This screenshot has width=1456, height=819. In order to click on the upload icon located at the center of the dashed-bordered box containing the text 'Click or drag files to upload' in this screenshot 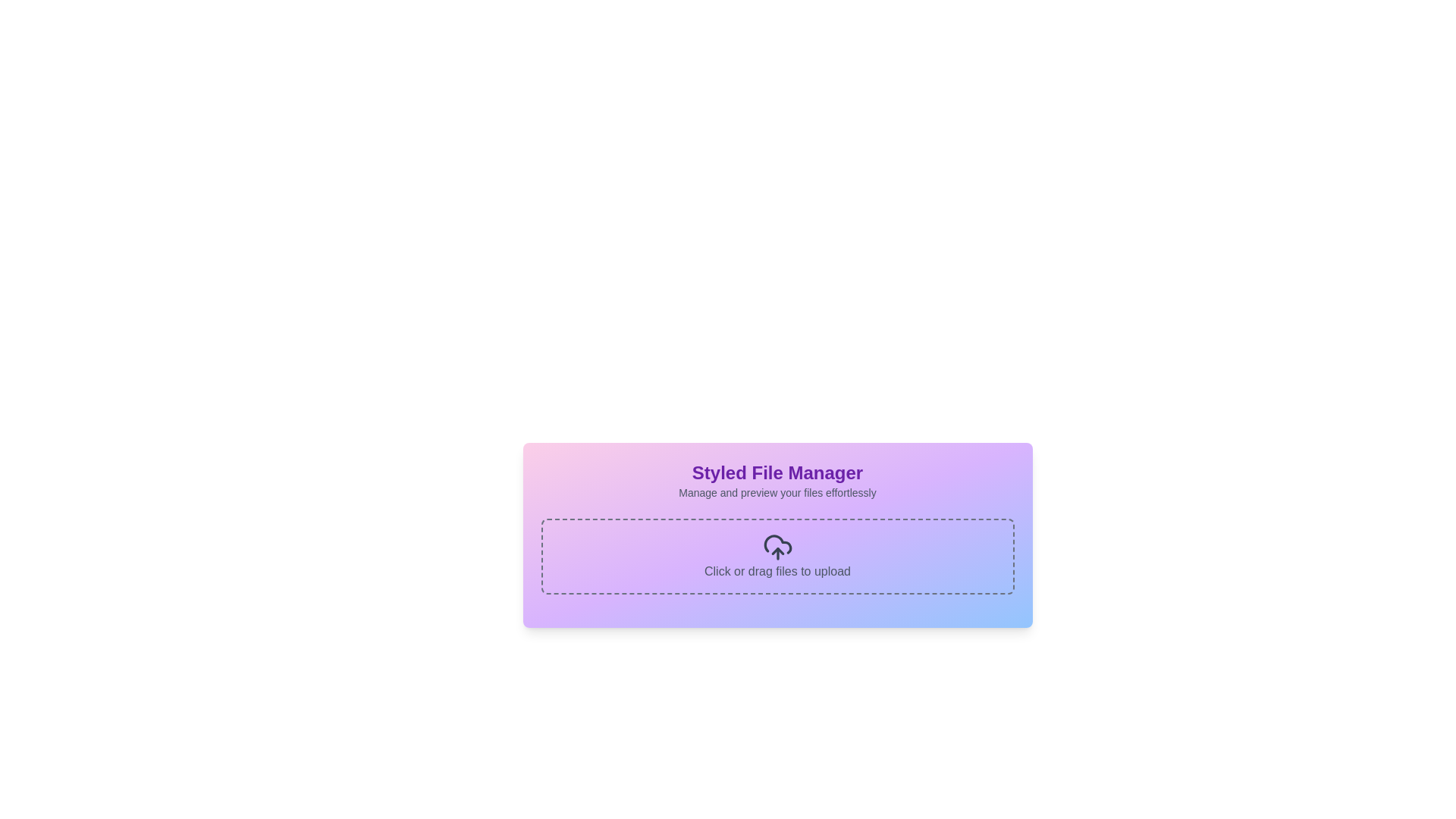, I will do `click(777, 547)`.